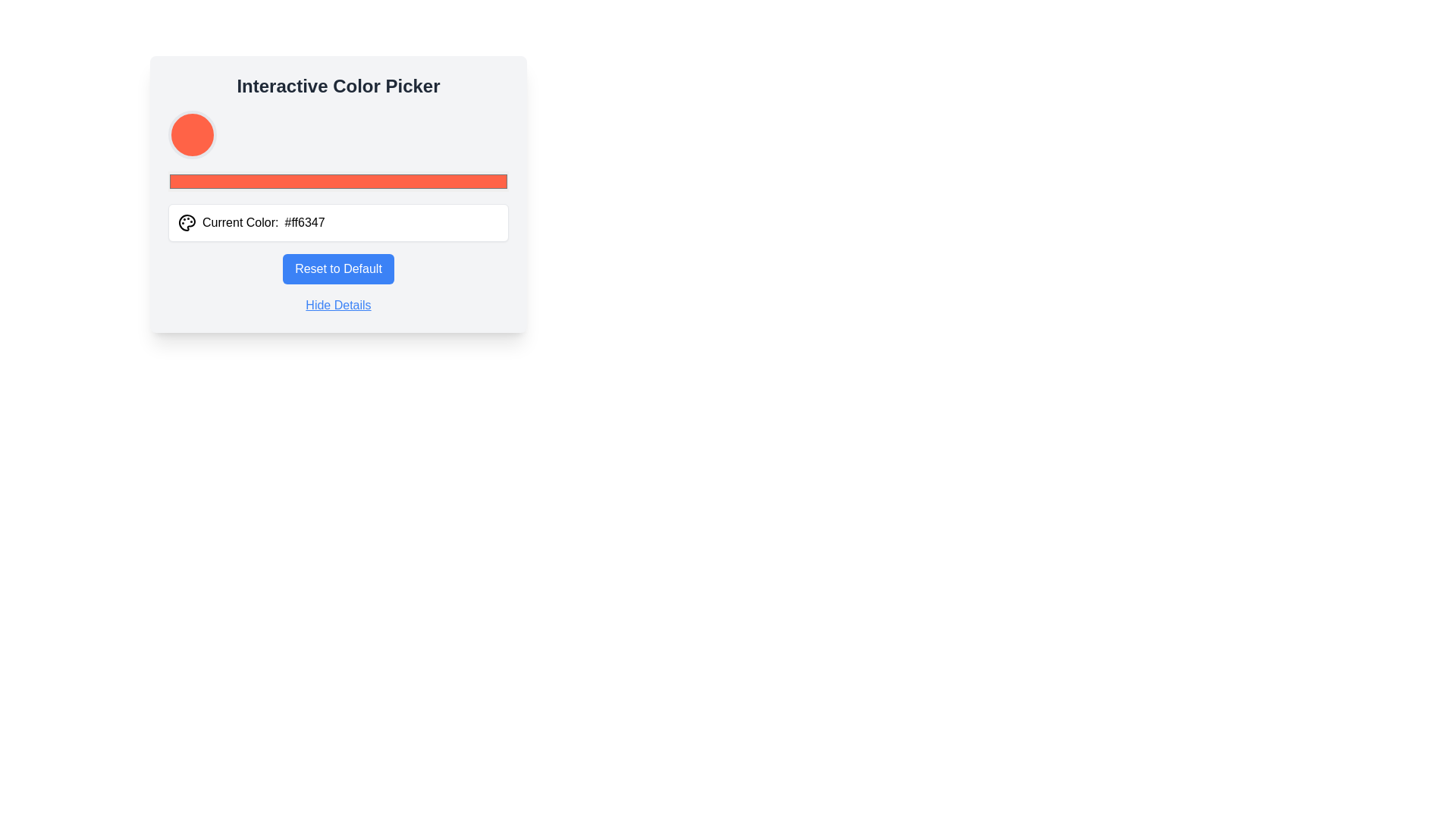  Describe the element at coordinates (186, 222) in the screenshot. I see `the palette icon that is styled with a rounded design and is positioned to the left of the text 'Current Color: #ff6347'` at that location.